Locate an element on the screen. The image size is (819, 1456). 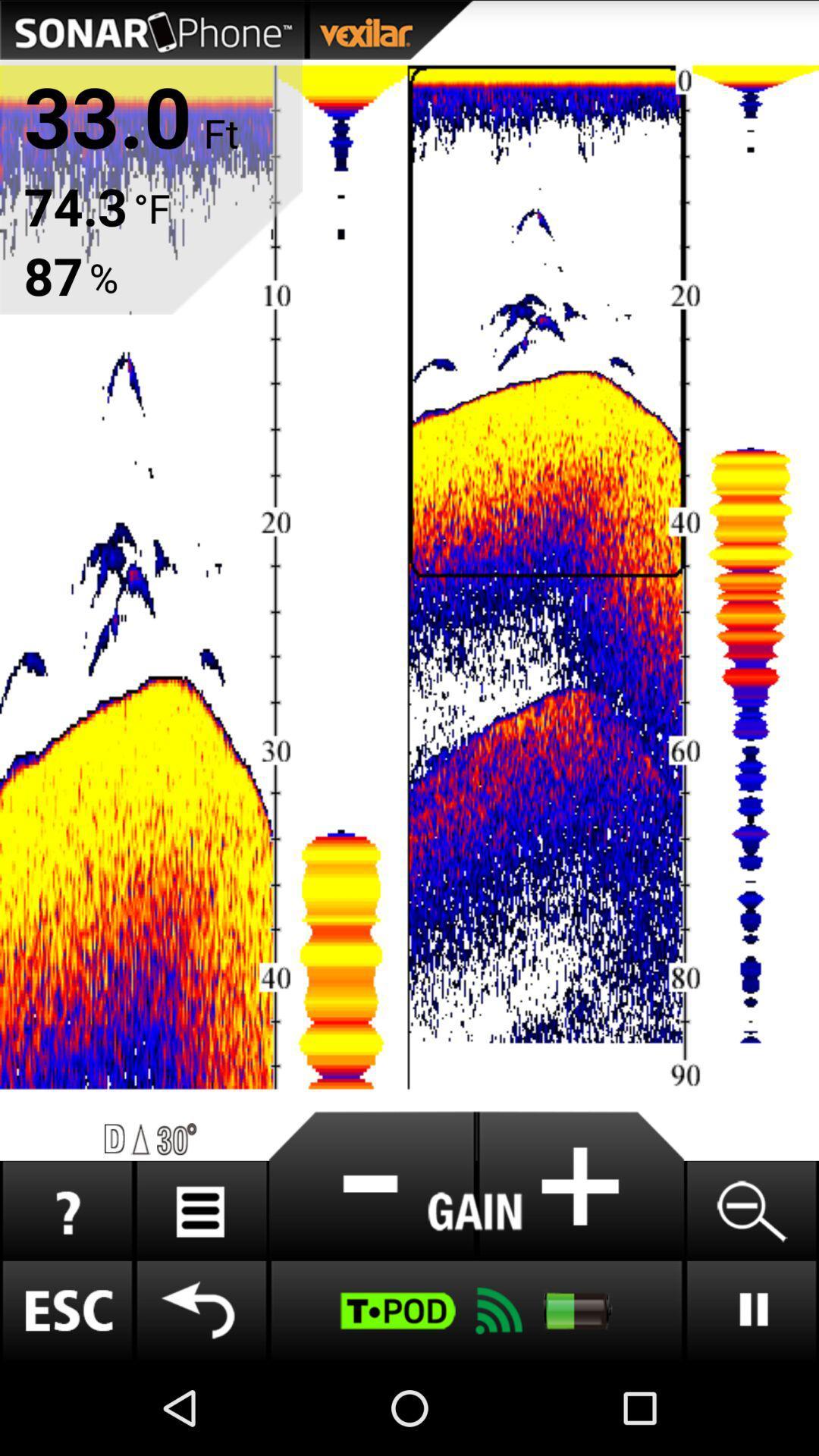
previous is located at coordinates (200, 1310).